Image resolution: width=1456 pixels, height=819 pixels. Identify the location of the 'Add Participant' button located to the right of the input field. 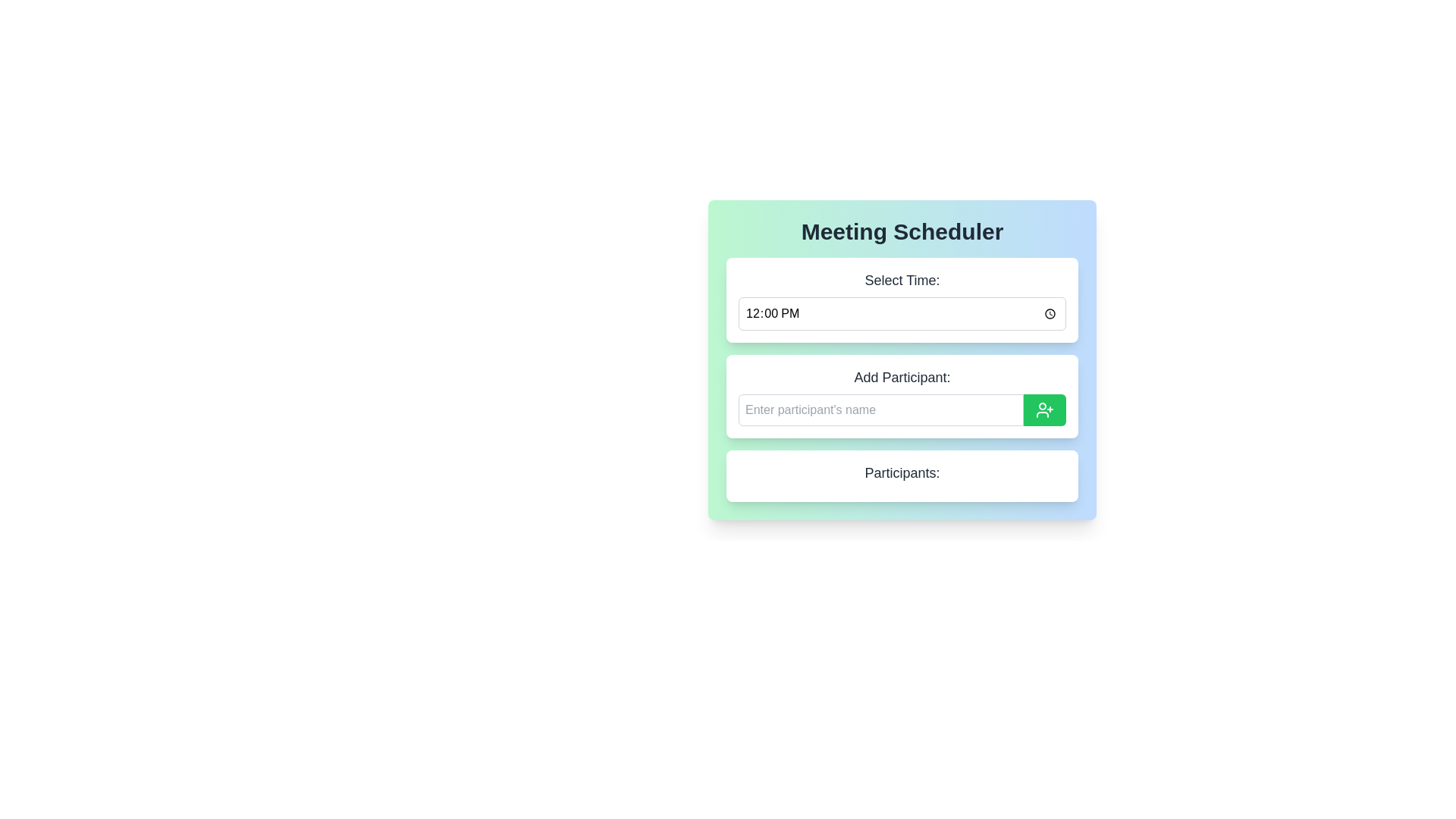
(1043, 409).